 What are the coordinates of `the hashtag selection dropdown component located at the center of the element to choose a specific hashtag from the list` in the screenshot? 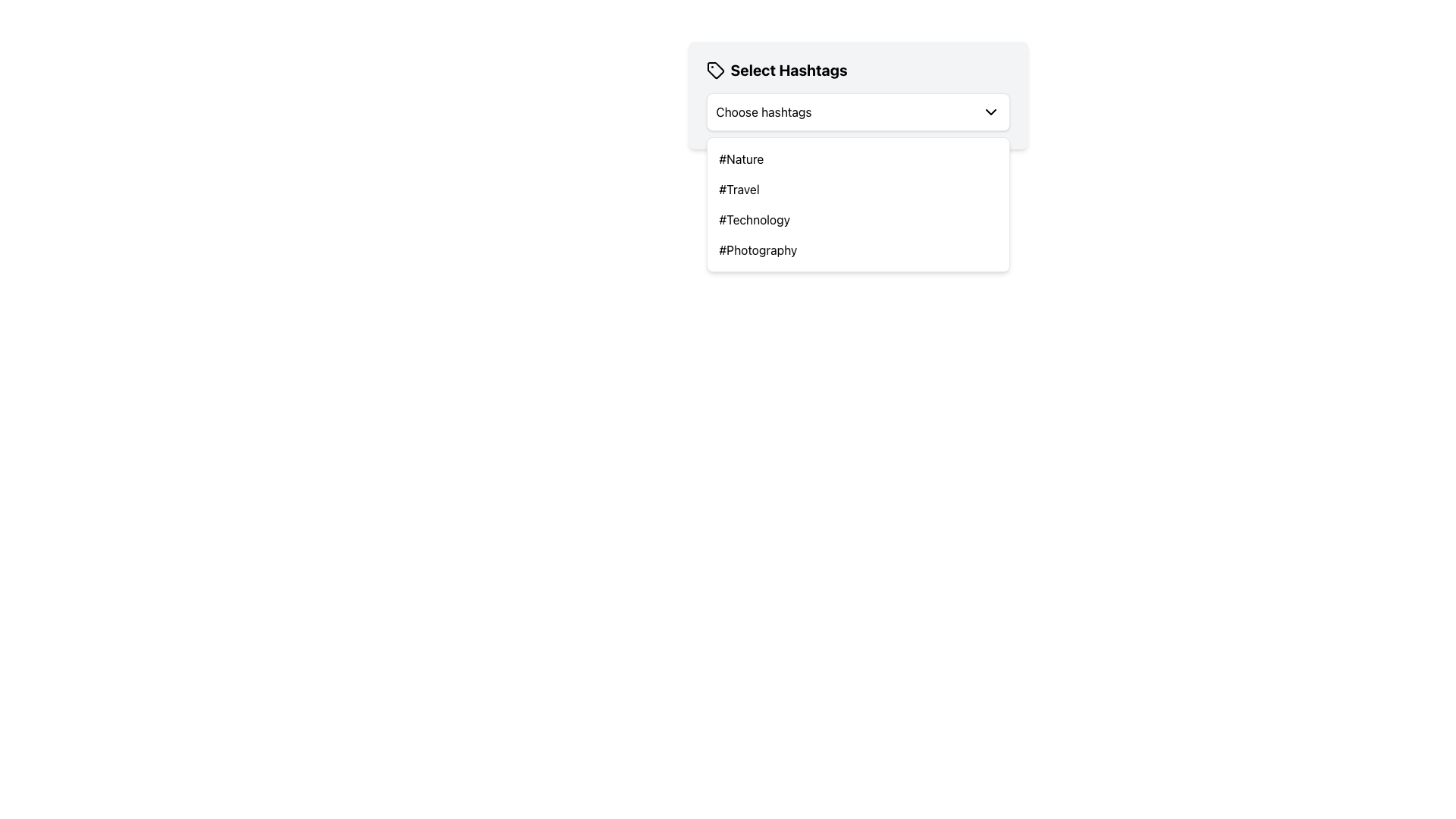 It's located at (858, 96).